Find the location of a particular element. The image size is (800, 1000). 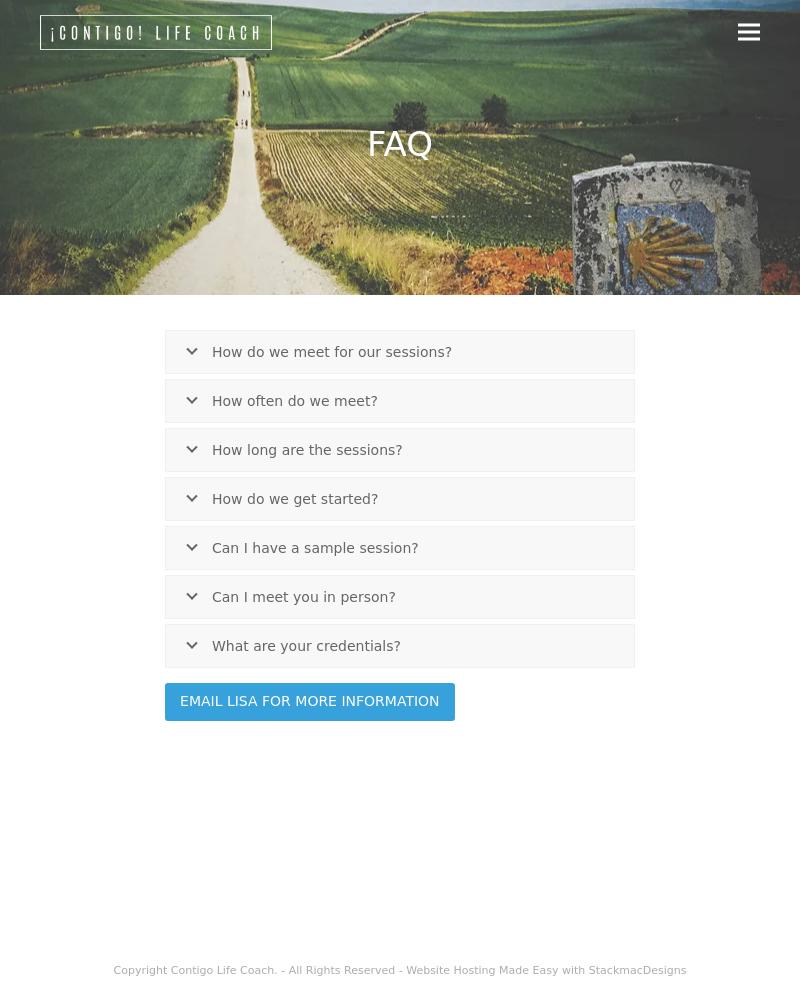

'How do we meet for our sessions?' is located at coordinates (331, 350).